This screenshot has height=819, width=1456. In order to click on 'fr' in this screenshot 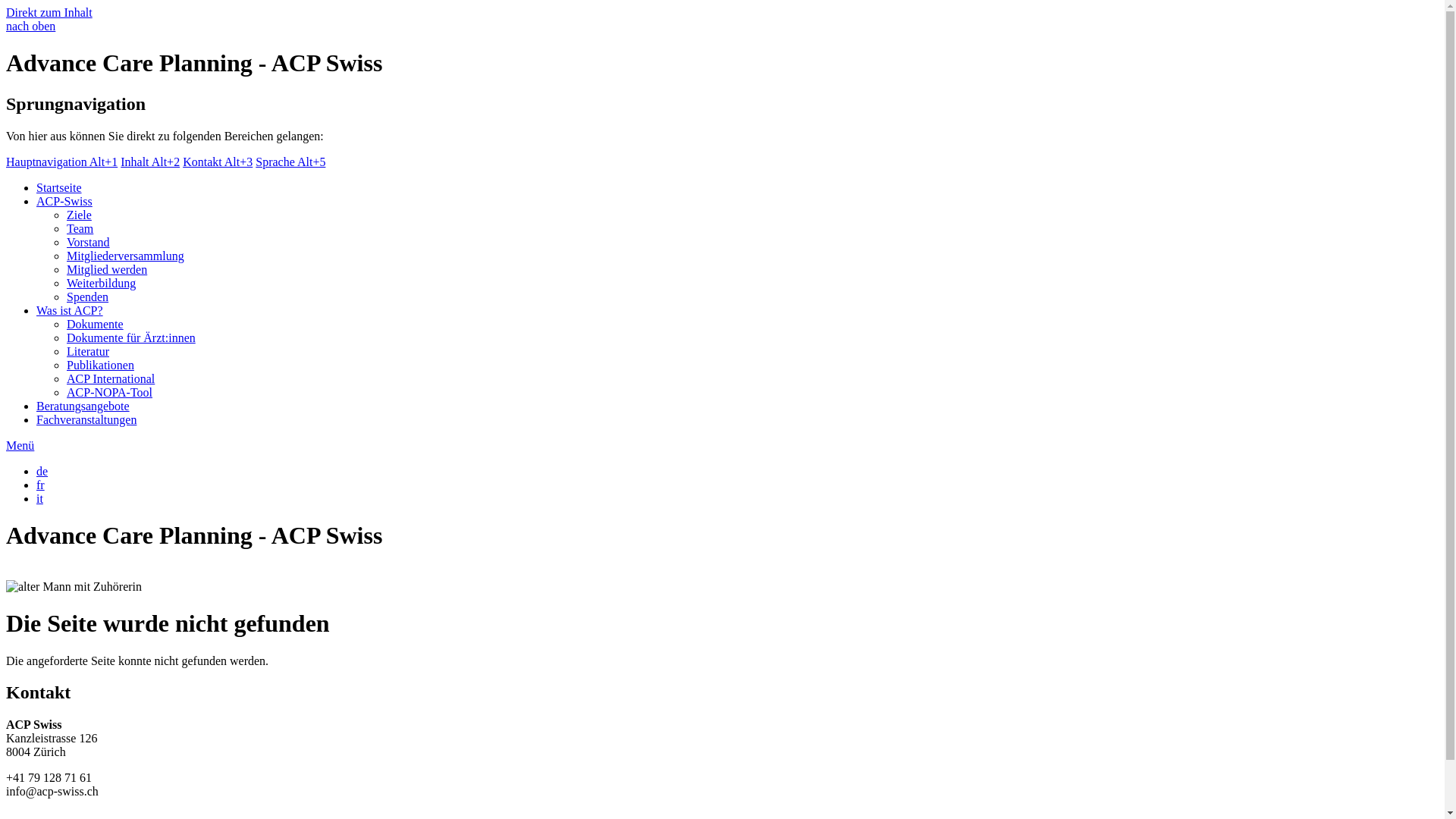, I will do `click(36, 485)`.